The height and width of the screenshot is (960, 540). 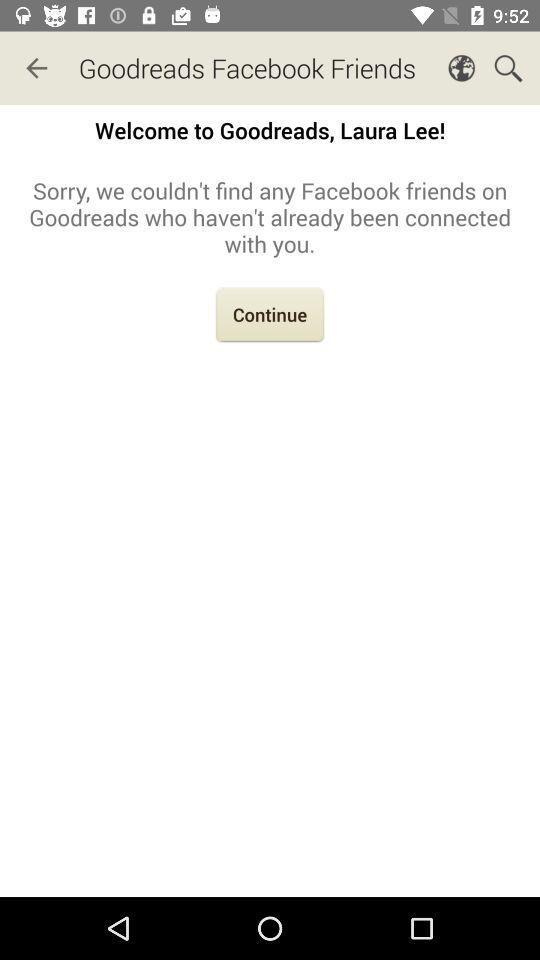 What do you see at coordinates (36, 68) in the screenshot?
I see `the app to the left of goodreads facebook friends icon` at bounding box center [36, 68].